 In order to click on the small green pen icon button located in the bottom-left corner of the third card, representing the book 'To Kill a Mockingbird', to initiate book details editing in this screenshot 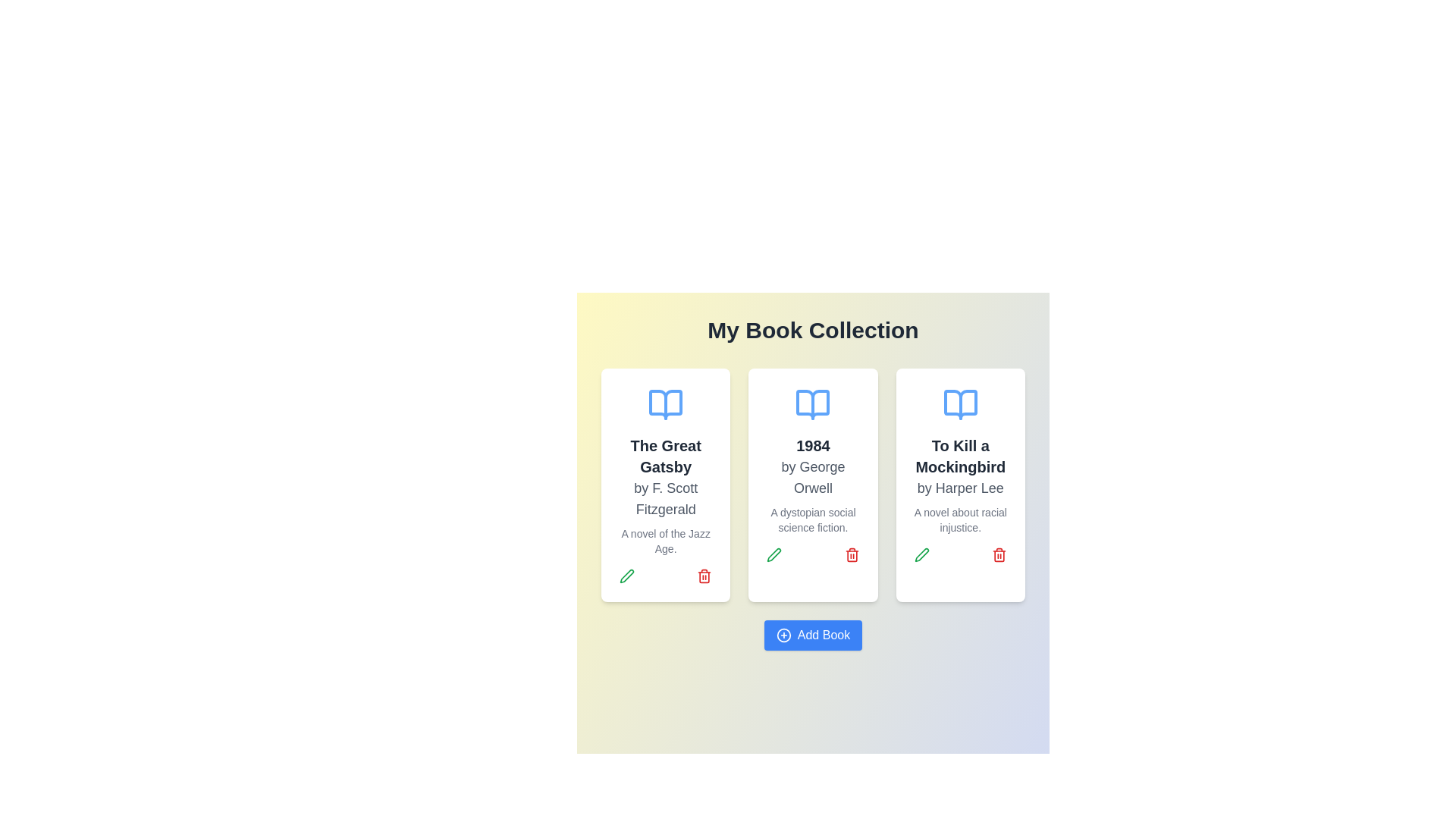, I will do `click(921, 555)`.